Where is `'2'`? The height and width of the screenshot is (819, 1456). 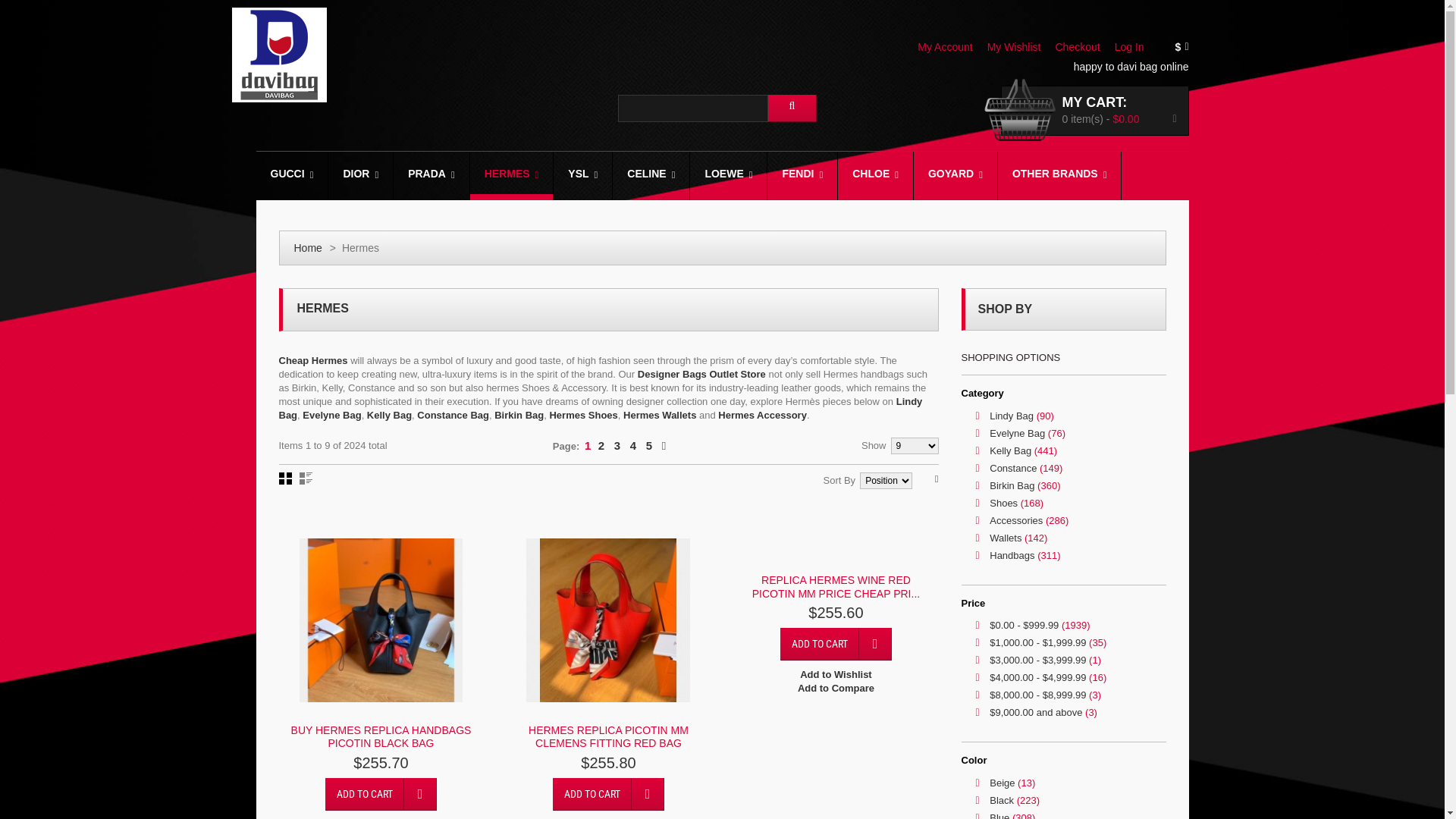
'2' is located at coordinates (600, 444).